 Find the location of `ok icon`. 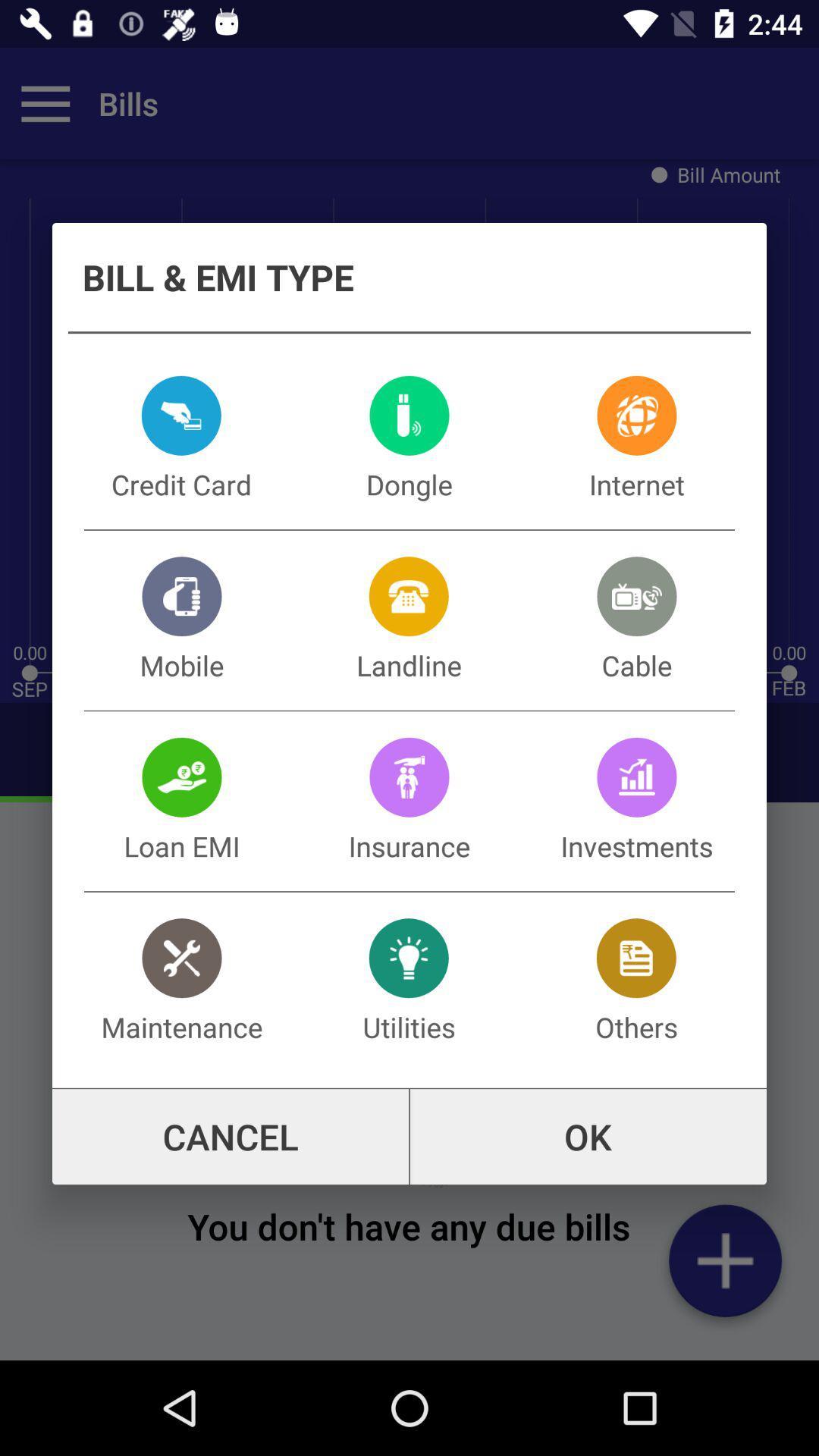

ok icon is located at coordinates (587, 1137).